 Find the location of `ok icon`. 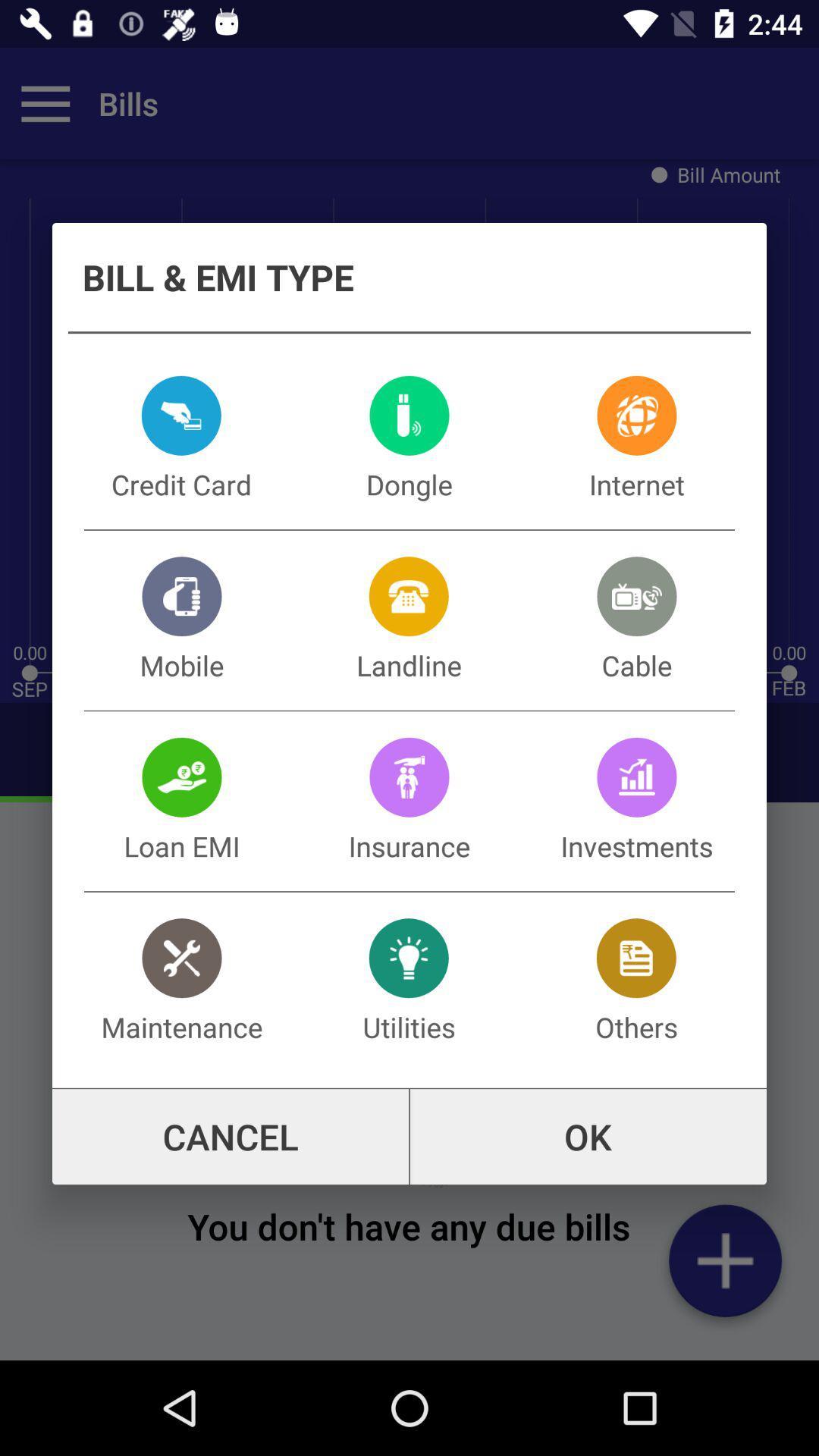

ok icon is located at coordinates (587, 1137).